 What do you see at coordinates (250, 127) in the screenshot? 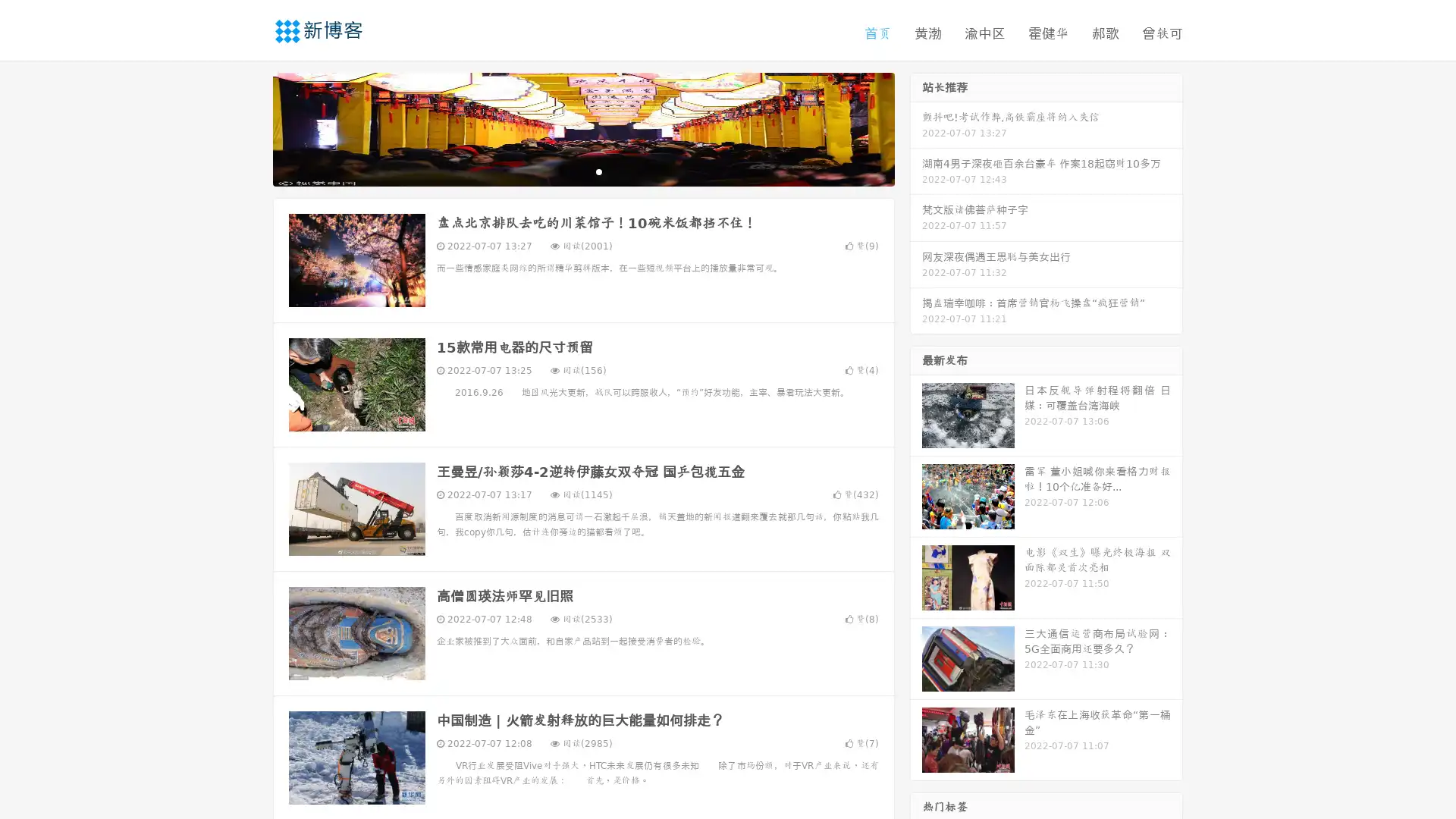
I see `Previous slide` at bounding box center [250, 127].